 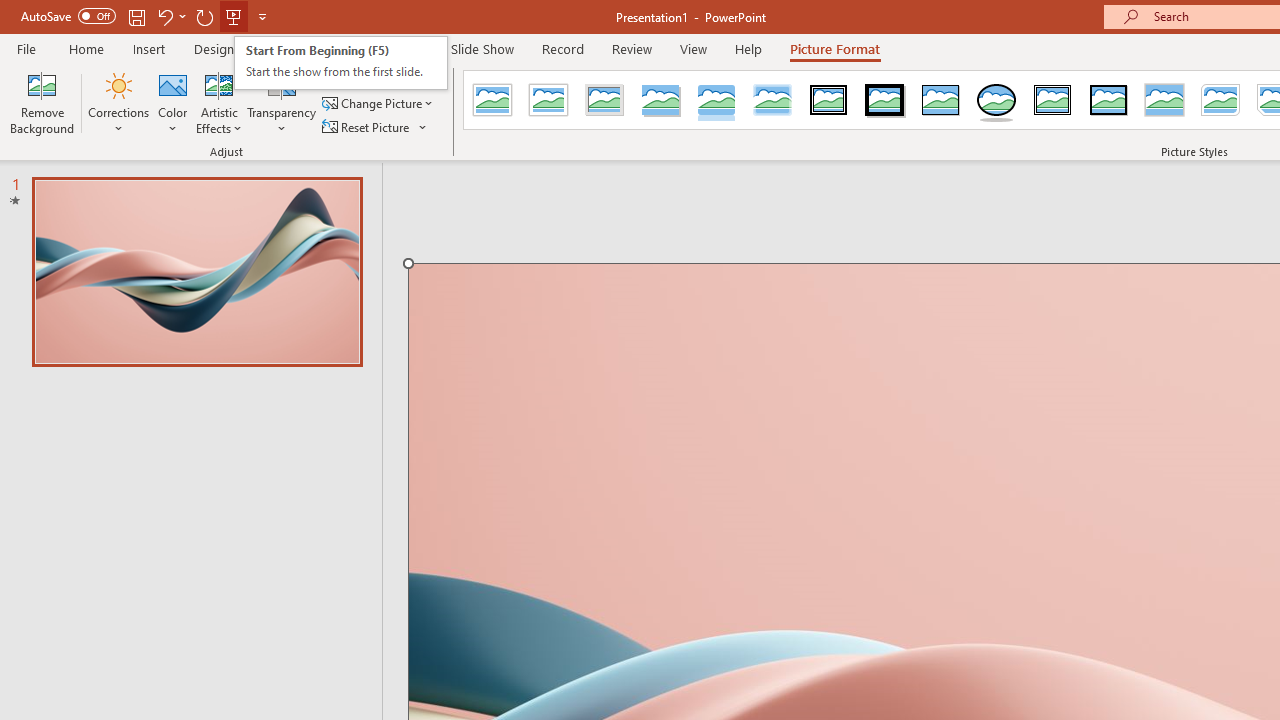 What do you see at coordinates (481, 48) in the screenshot?
I see `'Slide Show'` at bounding box center [481, 48].